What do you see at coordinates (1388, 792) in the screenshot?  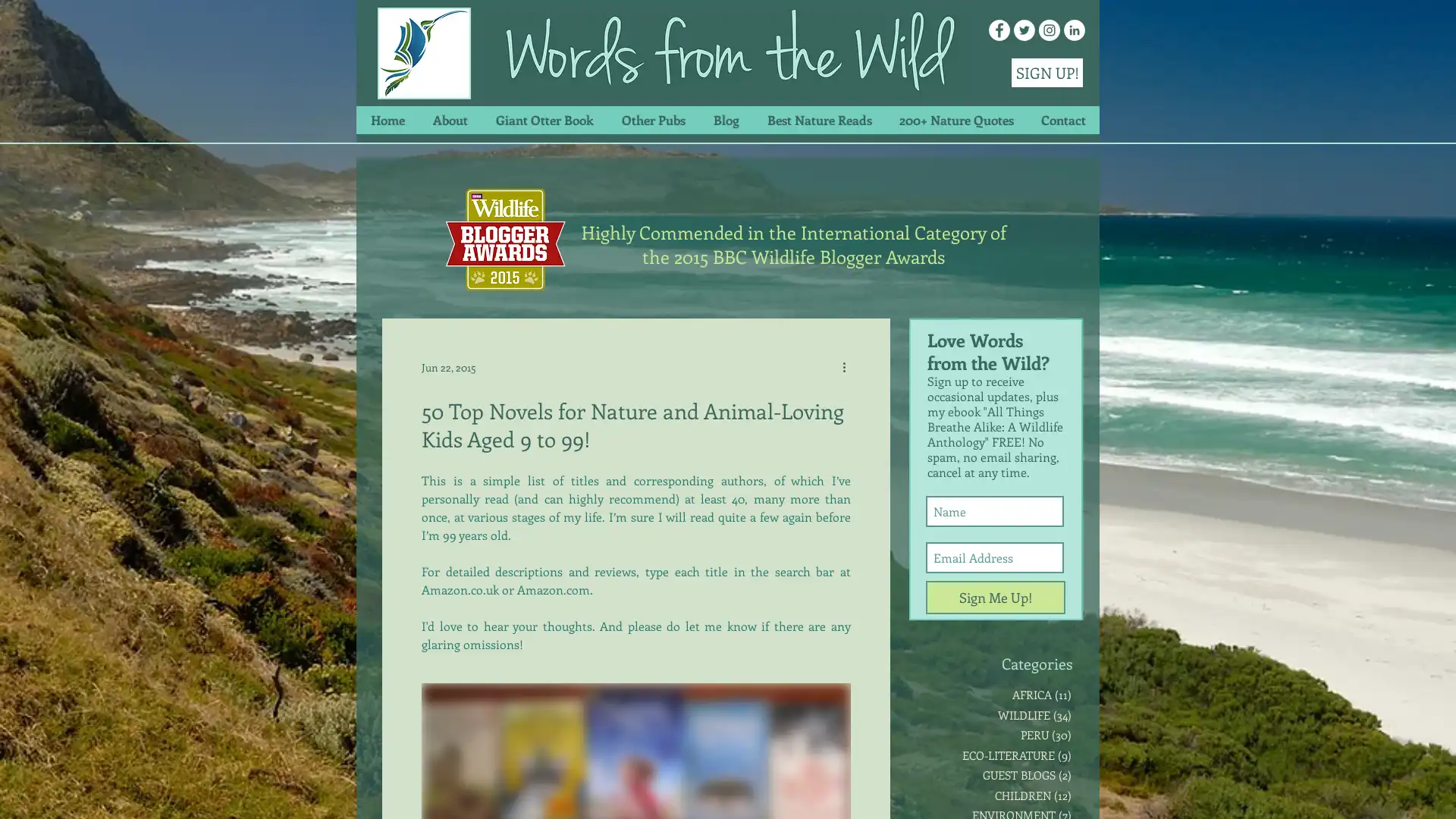 I see `Accept` at bounding box center [1388, 792].